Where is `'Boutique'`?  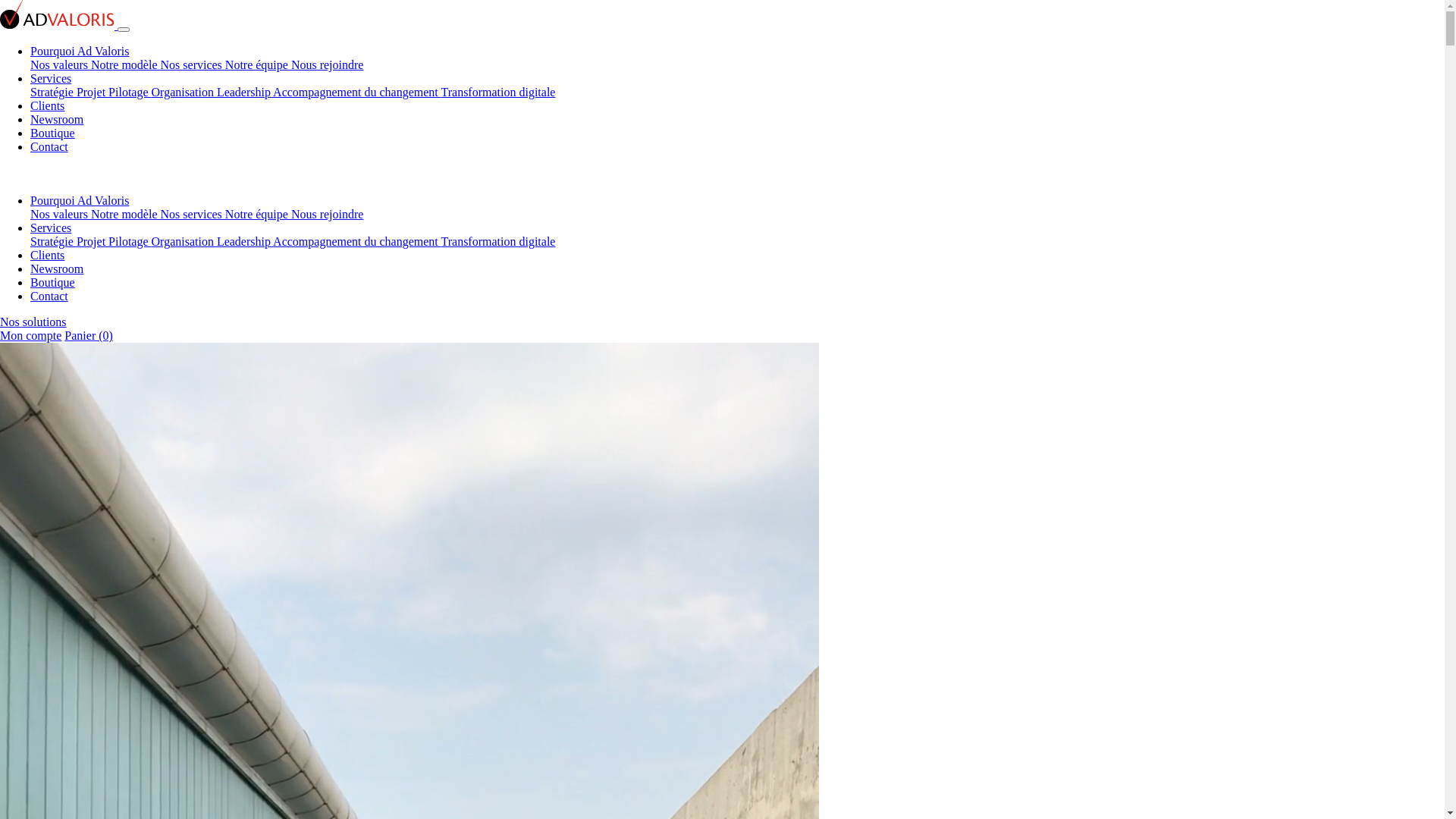 'Boutique' is located at coordinates (52, 132).